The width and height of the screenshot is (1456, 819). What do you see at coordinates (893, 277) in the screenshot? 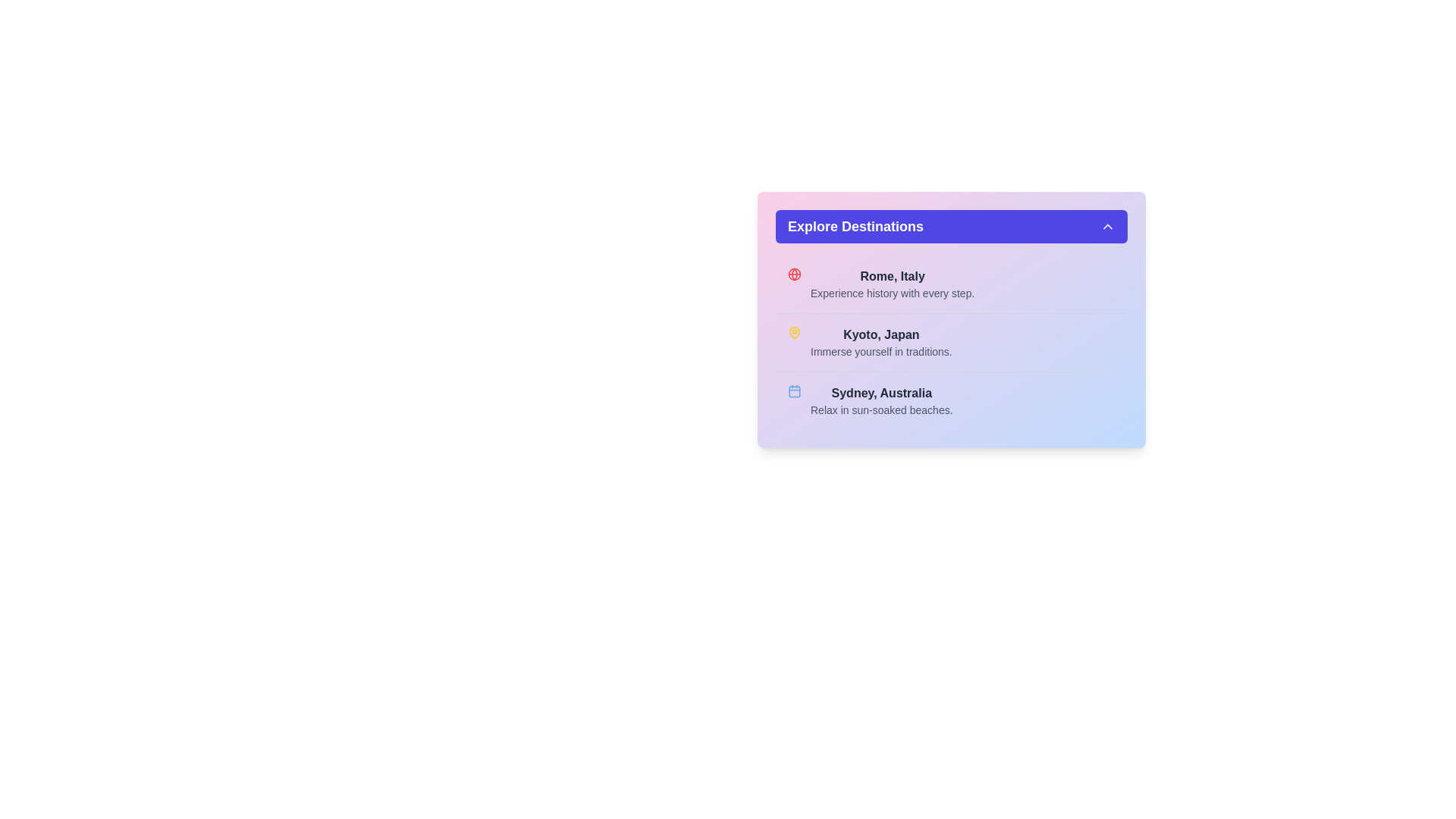
I see `text label that serves as the title for the first destination entry in the 'Explore Destinations' list, positioned above the description text and next to the globe icon` at bounding box center [893, 277].